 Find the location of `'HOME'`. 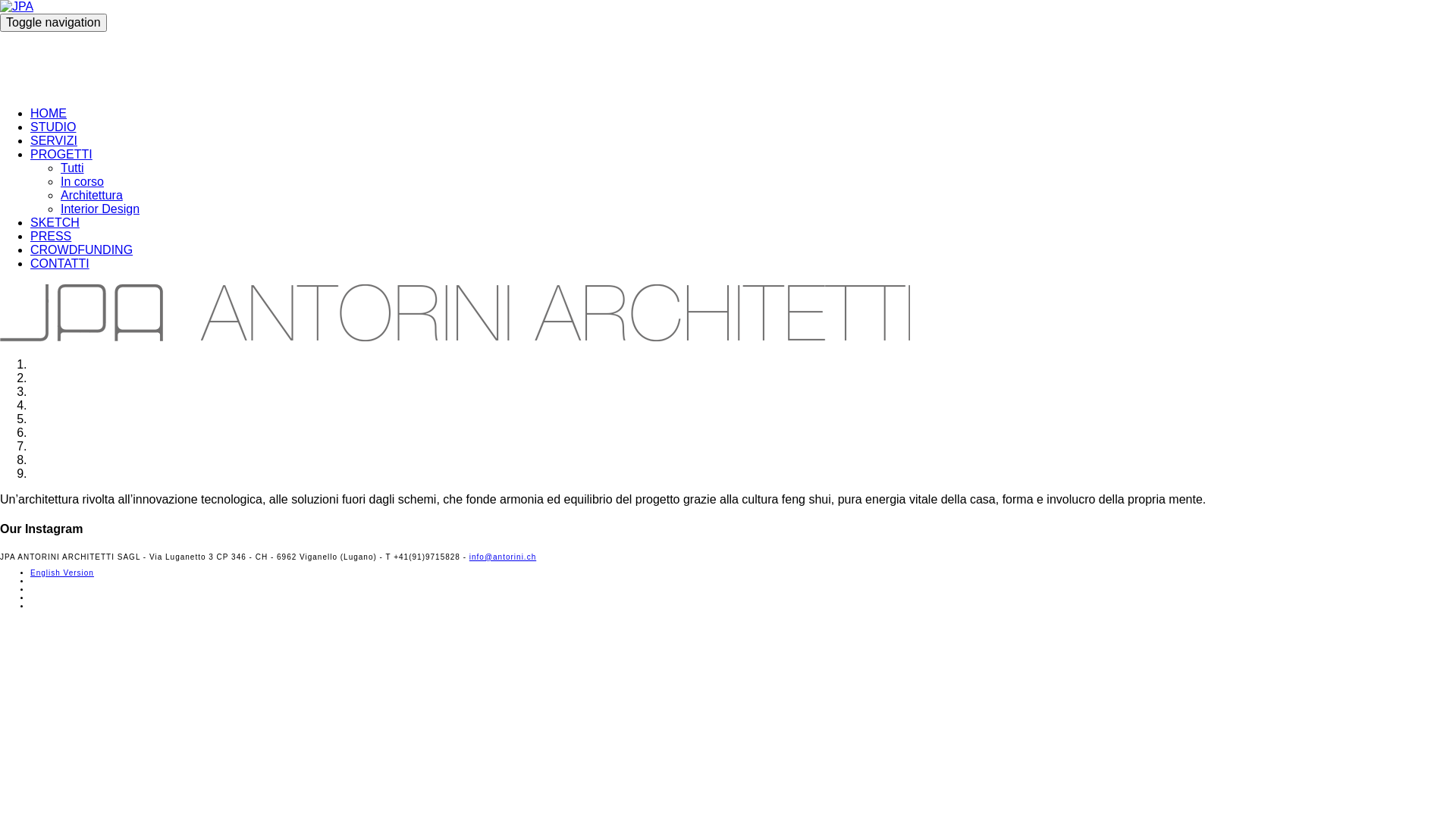

'HOME' is located at coordinates (48, 112).